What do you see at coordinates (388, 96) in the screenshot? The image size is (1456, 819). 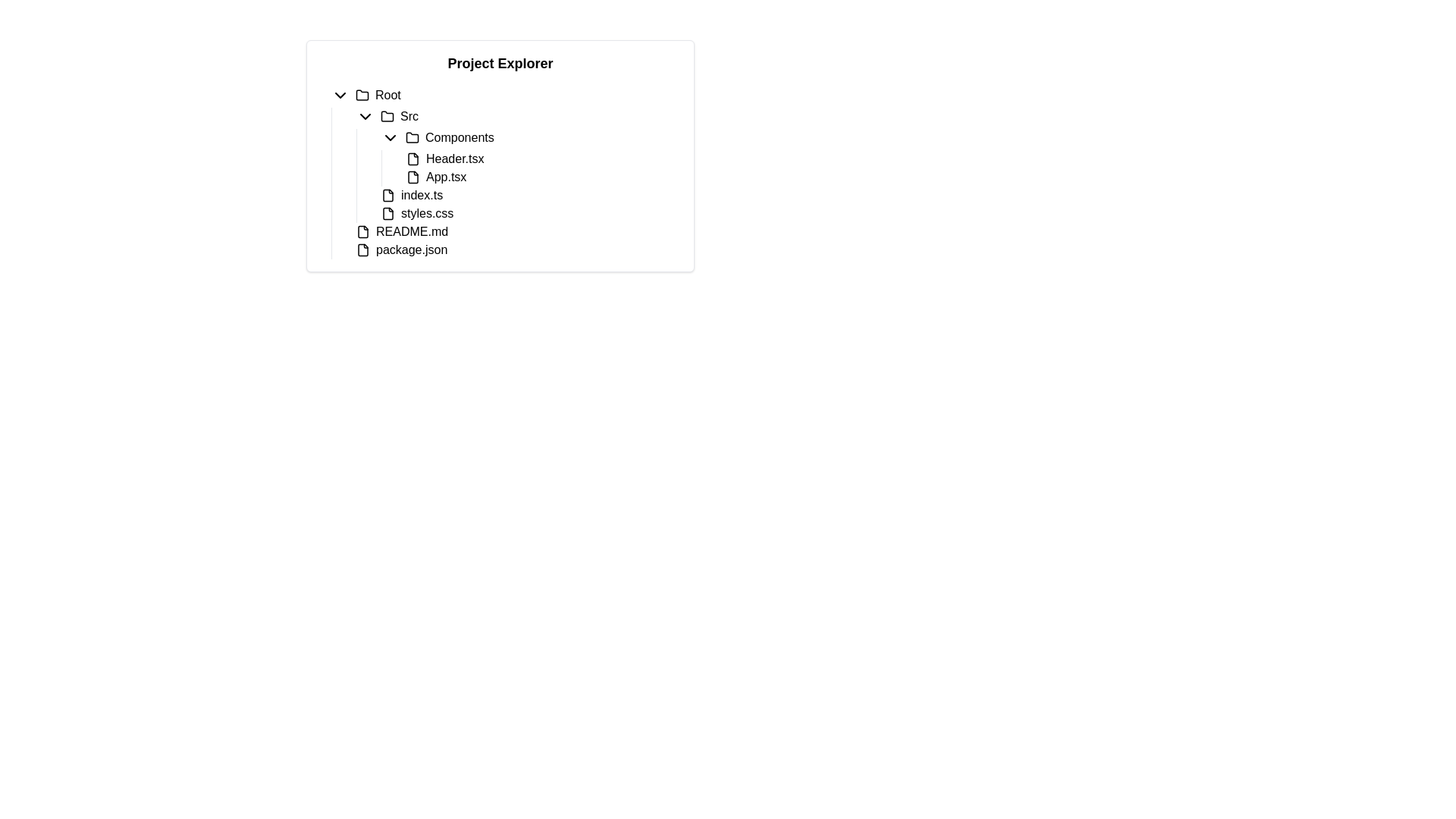 I see `the 'Root' label in the Project Explorer` at bounding box center [388, 96].